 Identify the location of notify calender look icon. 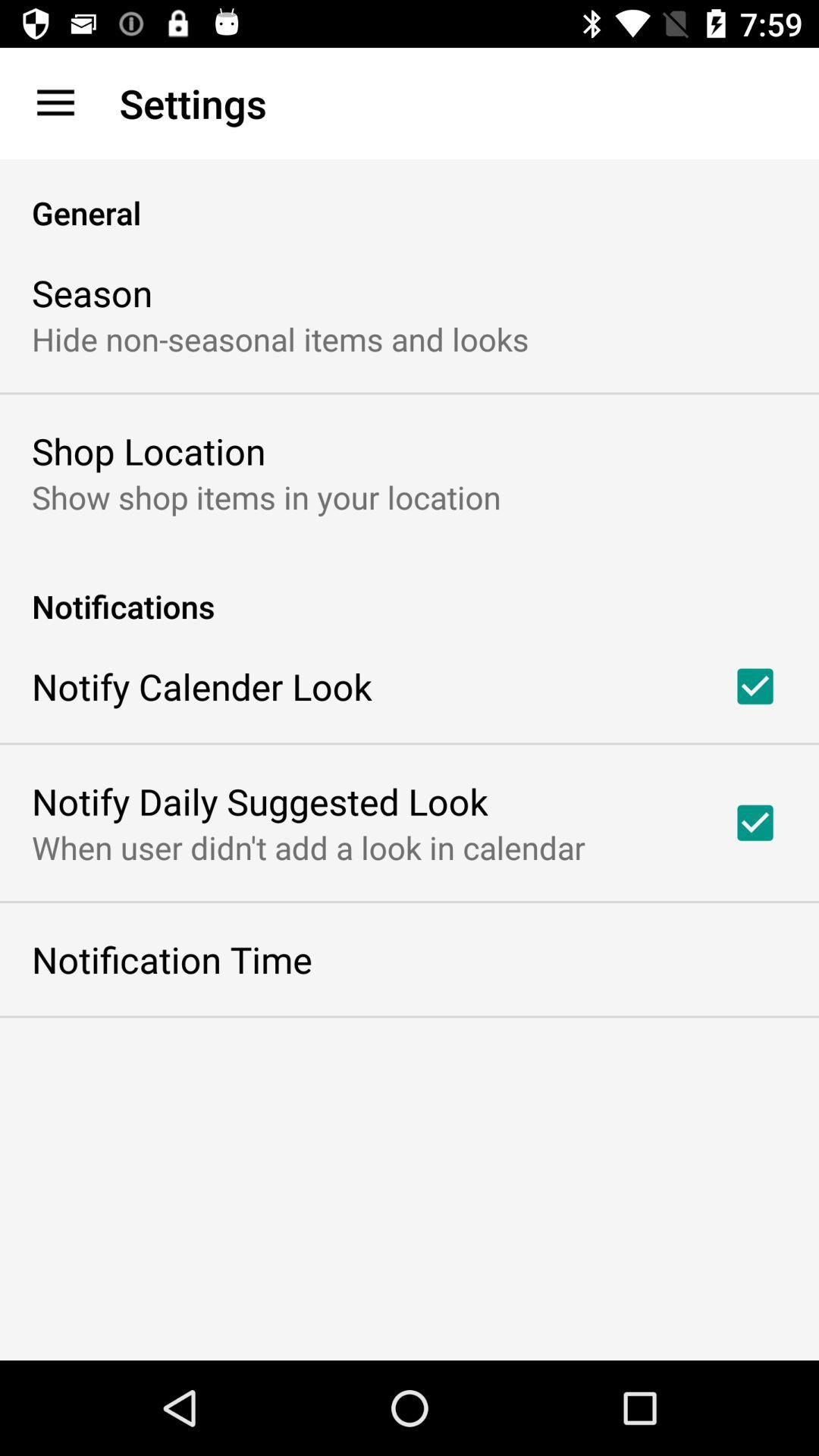
(201, 686).